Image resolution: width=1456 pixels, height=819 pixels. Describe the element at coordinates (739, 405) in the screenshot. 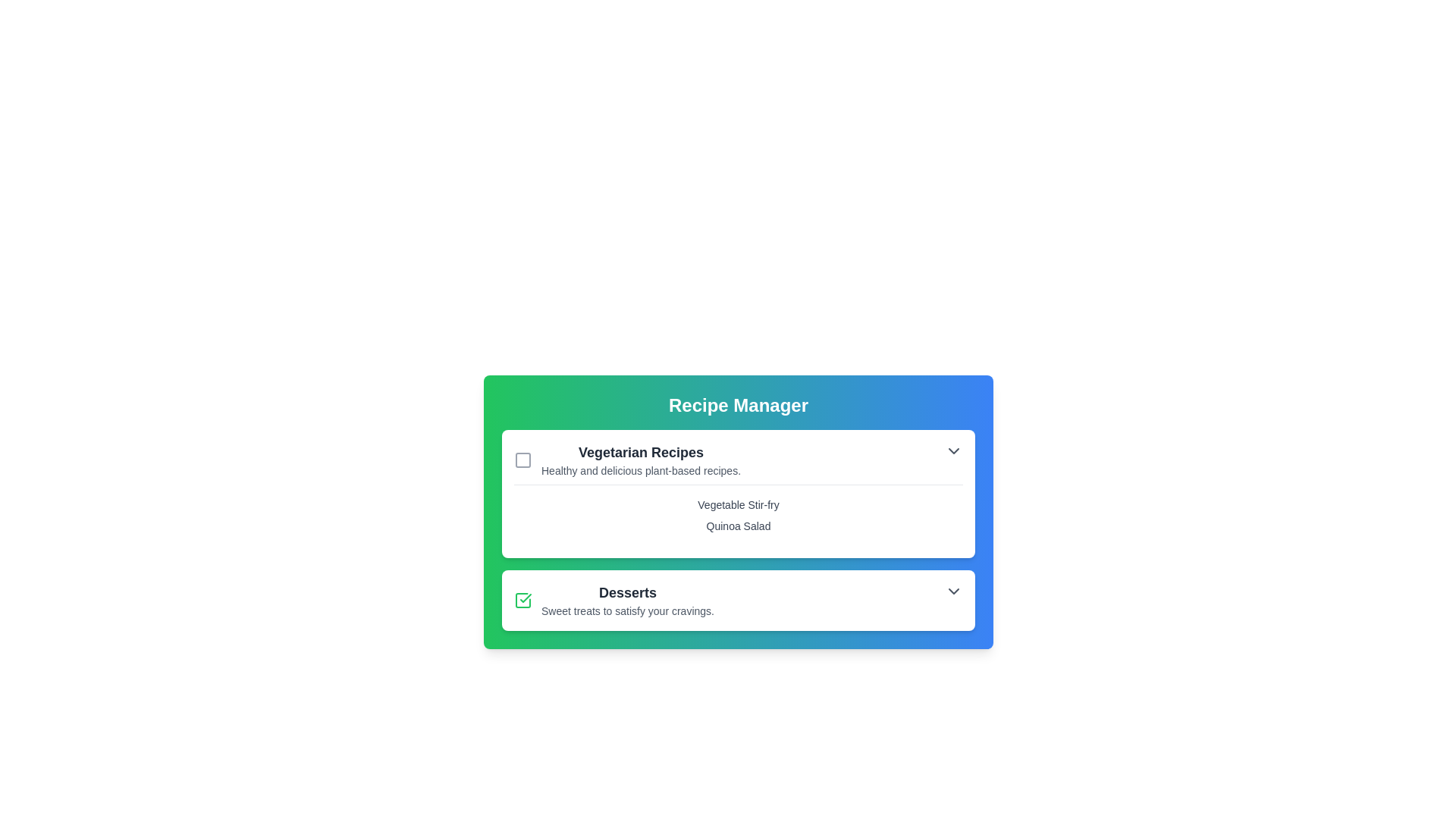

I see `the 'Recipe Manager' heading element` at that location.